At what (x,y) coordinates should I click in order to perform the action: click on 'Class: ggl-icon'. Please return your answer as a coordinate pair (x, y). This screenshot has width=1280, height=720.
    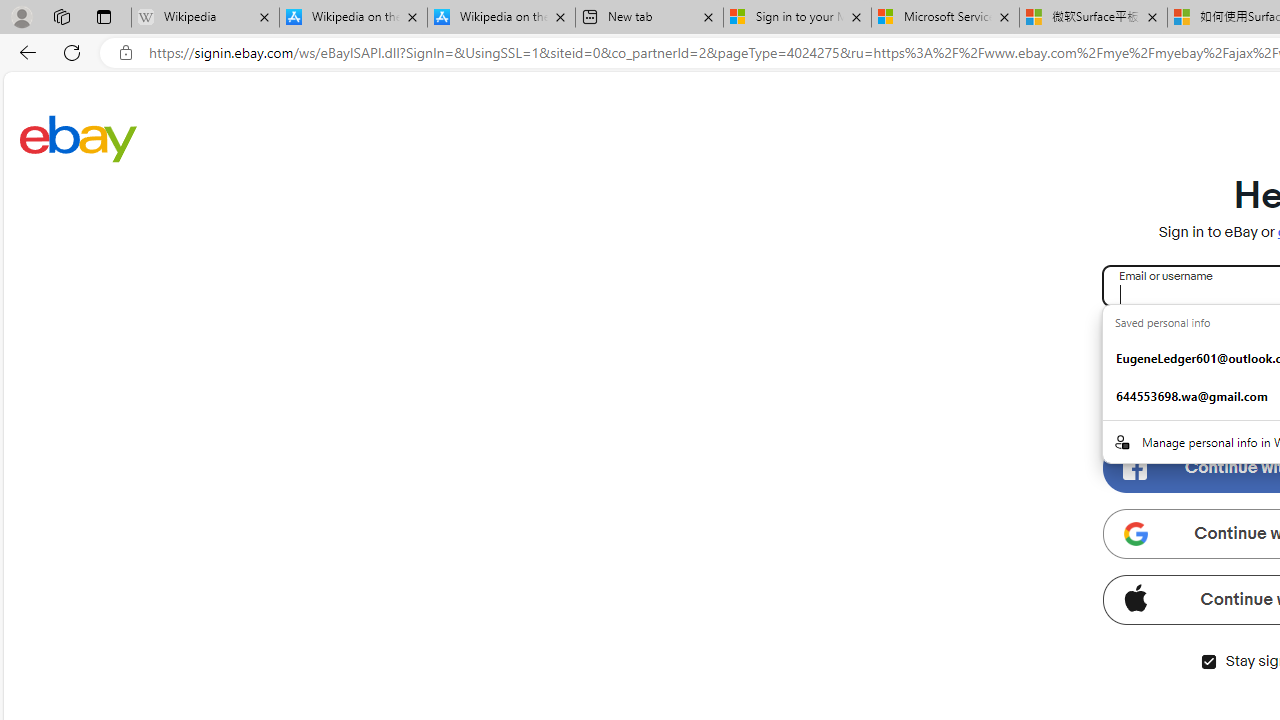
    Looking at the image, I should click on (1135, 532).